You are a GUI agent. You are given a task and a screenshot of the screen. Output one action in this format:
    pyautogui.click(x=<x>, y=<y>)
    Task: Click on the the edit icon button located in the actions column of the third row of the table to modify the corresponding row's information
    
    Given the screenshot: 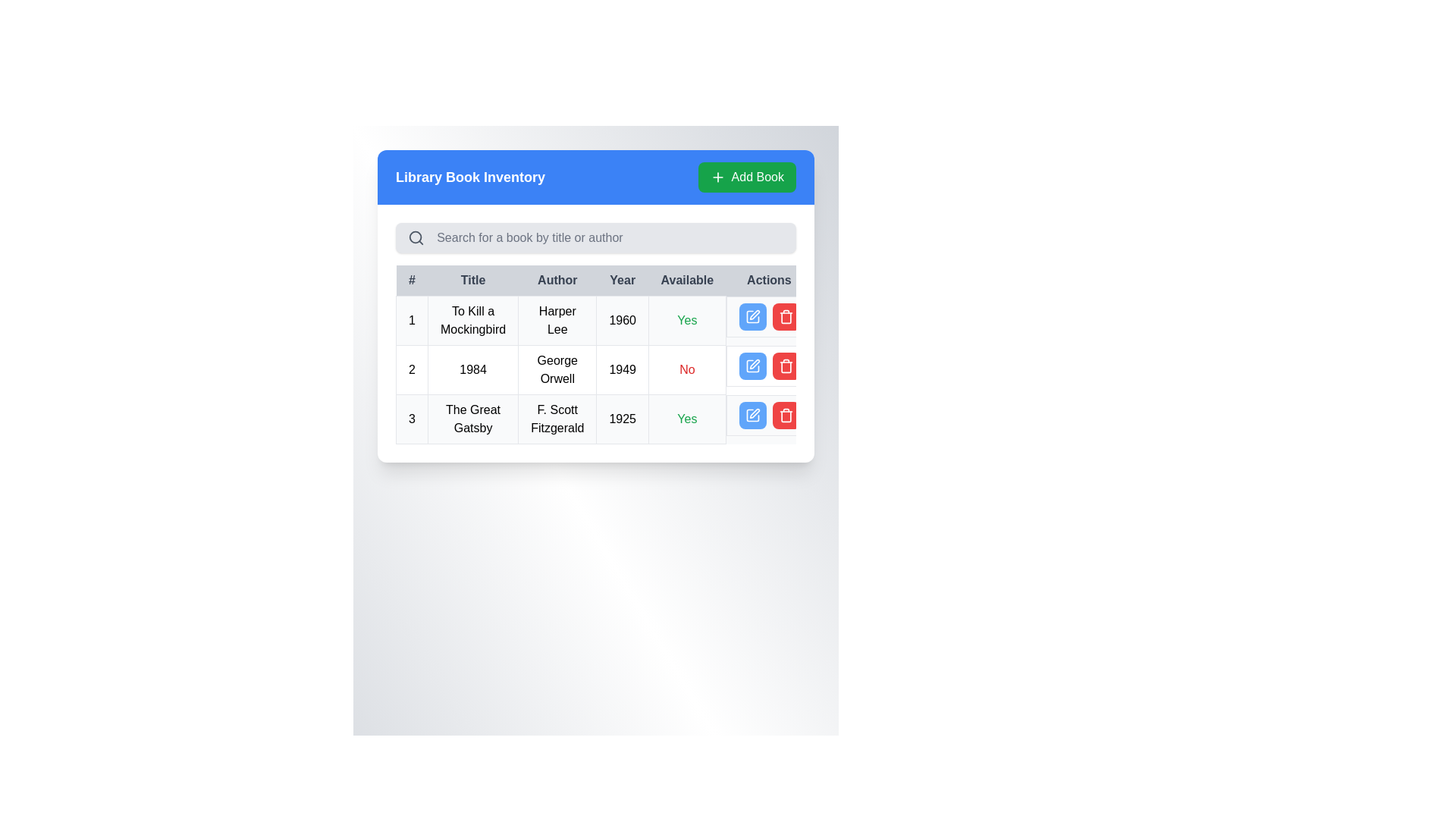 What is the action you would take?
    pyautogui.click(x=752, y=315)
    